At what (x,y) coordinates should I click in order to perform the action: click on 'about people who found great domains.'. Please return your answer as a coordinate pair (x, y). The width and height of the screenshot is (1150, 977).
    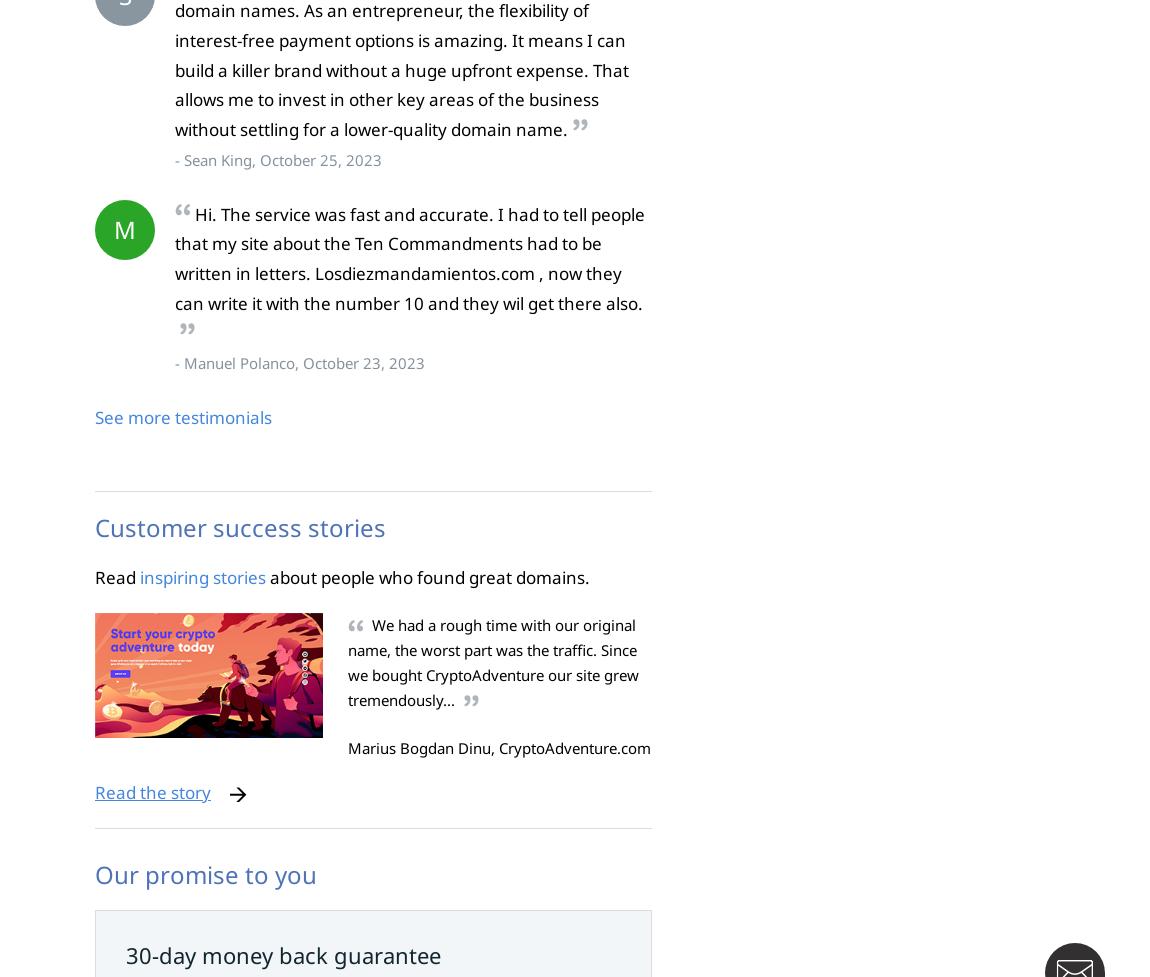
    Looking at the image, I should click on (428, 576).